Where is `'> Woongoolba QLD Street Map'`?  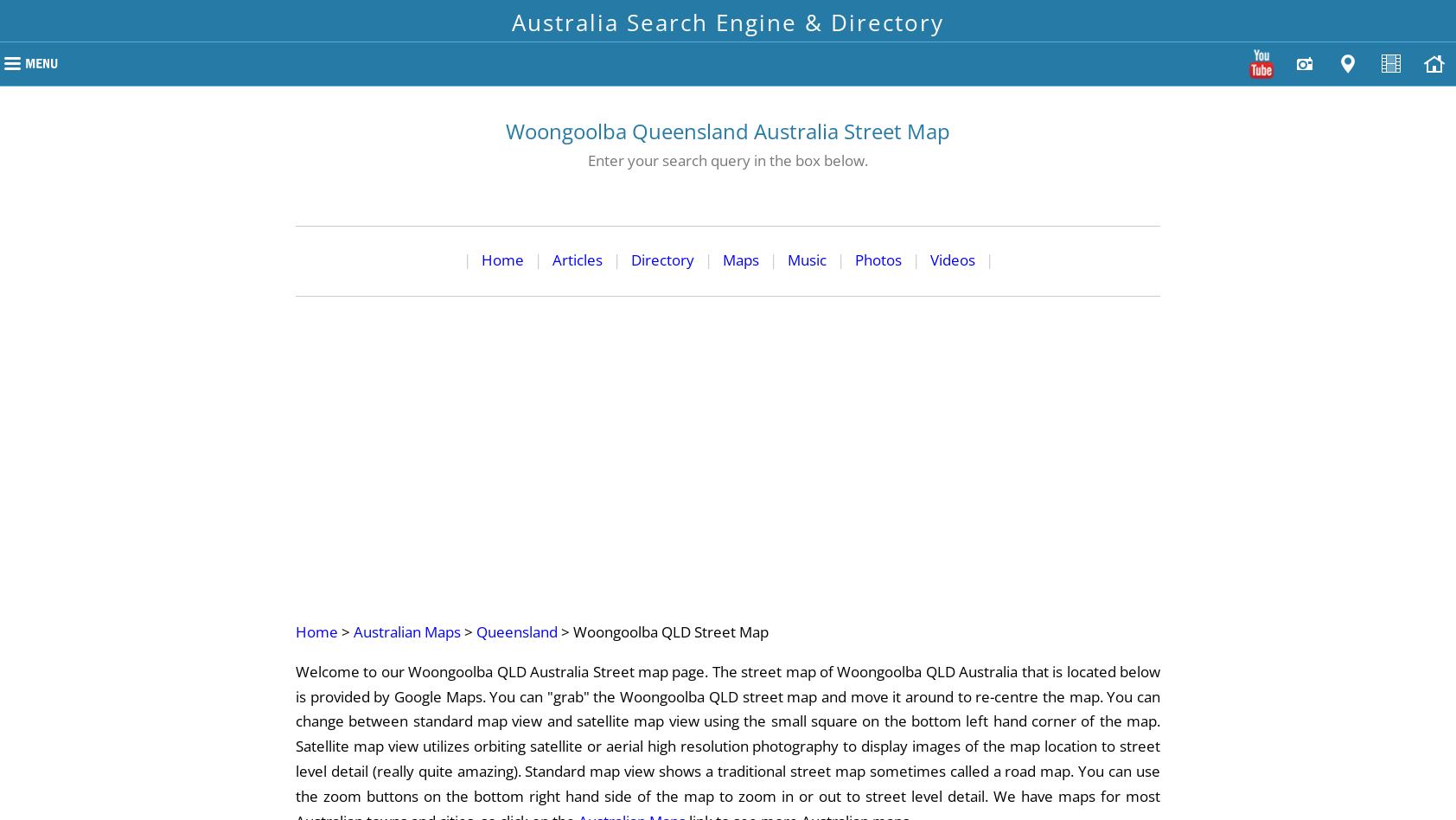
'> Woongoolba QLD Street Map' is located at coordinates (663, 631).